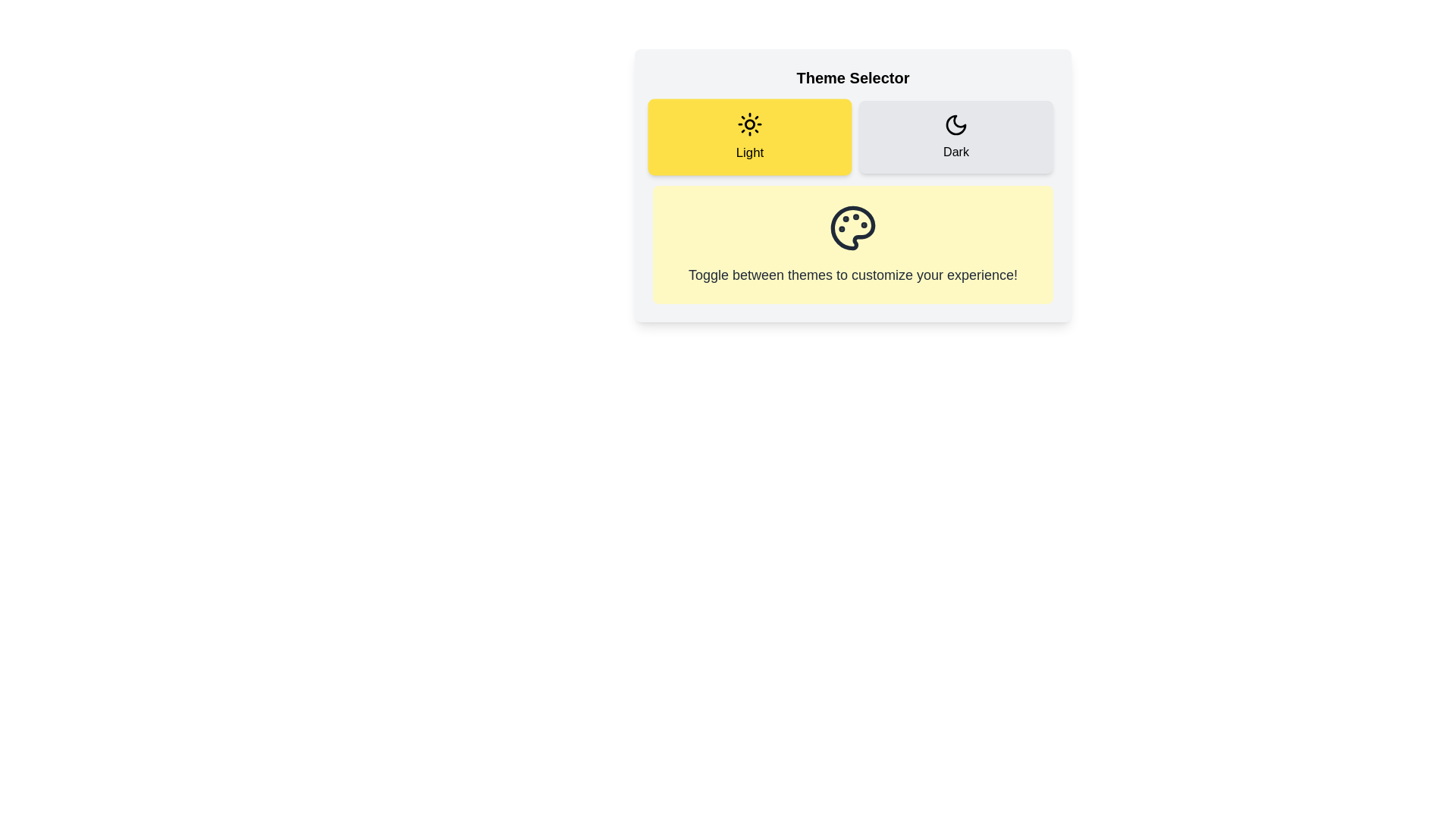 Image resolution: width=1456 pixels, height=819 pixels. What do you see at coordinates (852, 227) in the screenshot?
I see `the Vector Graphic Icon in the theme customization section, which is visually representative of personalization and artistic choices, located below the 'Light' and 'Dark' buttons and above the theme toggle text` at bounding box center [852, 227].